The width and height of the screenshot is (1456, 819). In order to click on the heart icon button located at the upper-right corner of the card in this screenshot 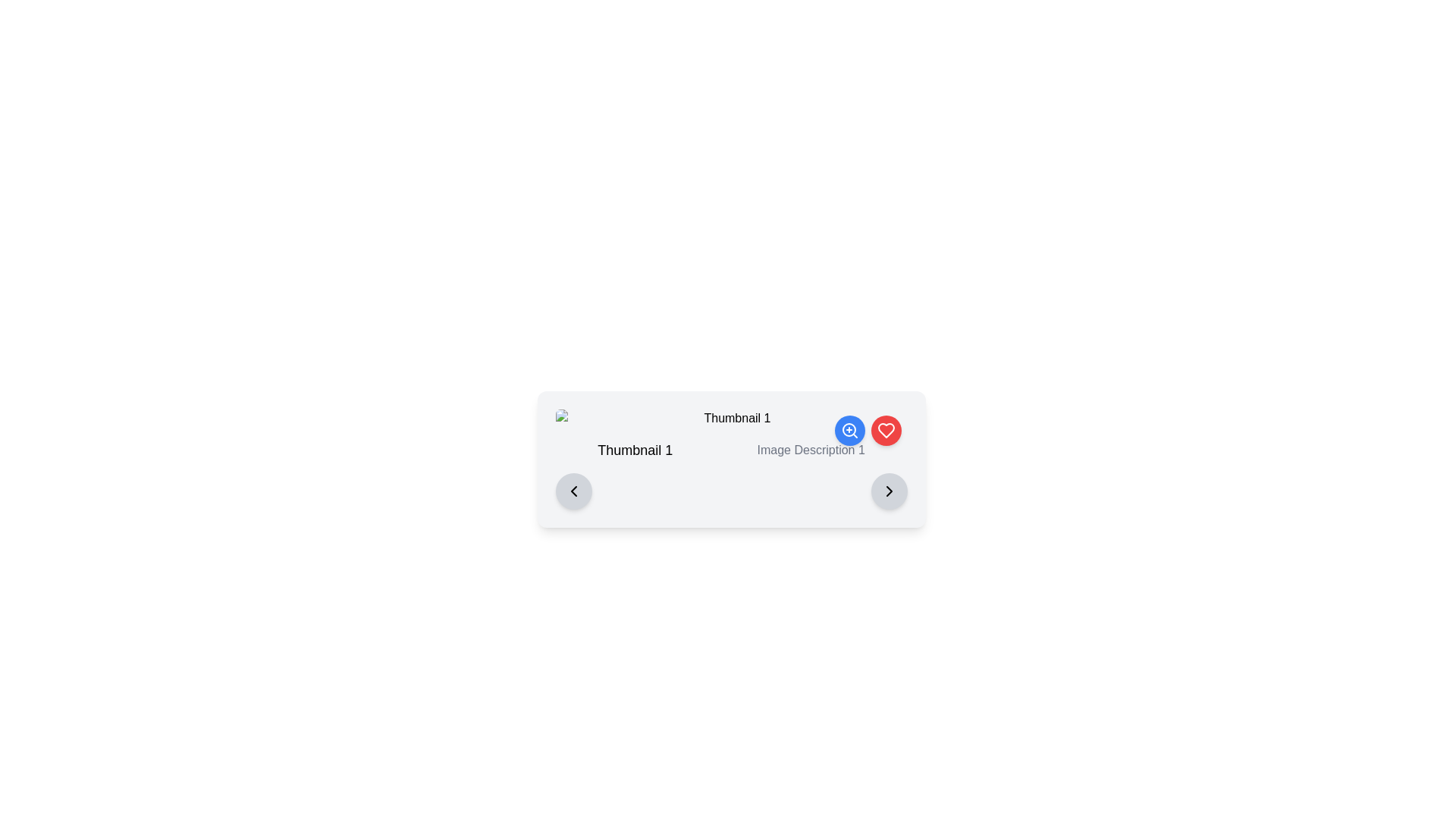, I will do `click(886, 430)`.